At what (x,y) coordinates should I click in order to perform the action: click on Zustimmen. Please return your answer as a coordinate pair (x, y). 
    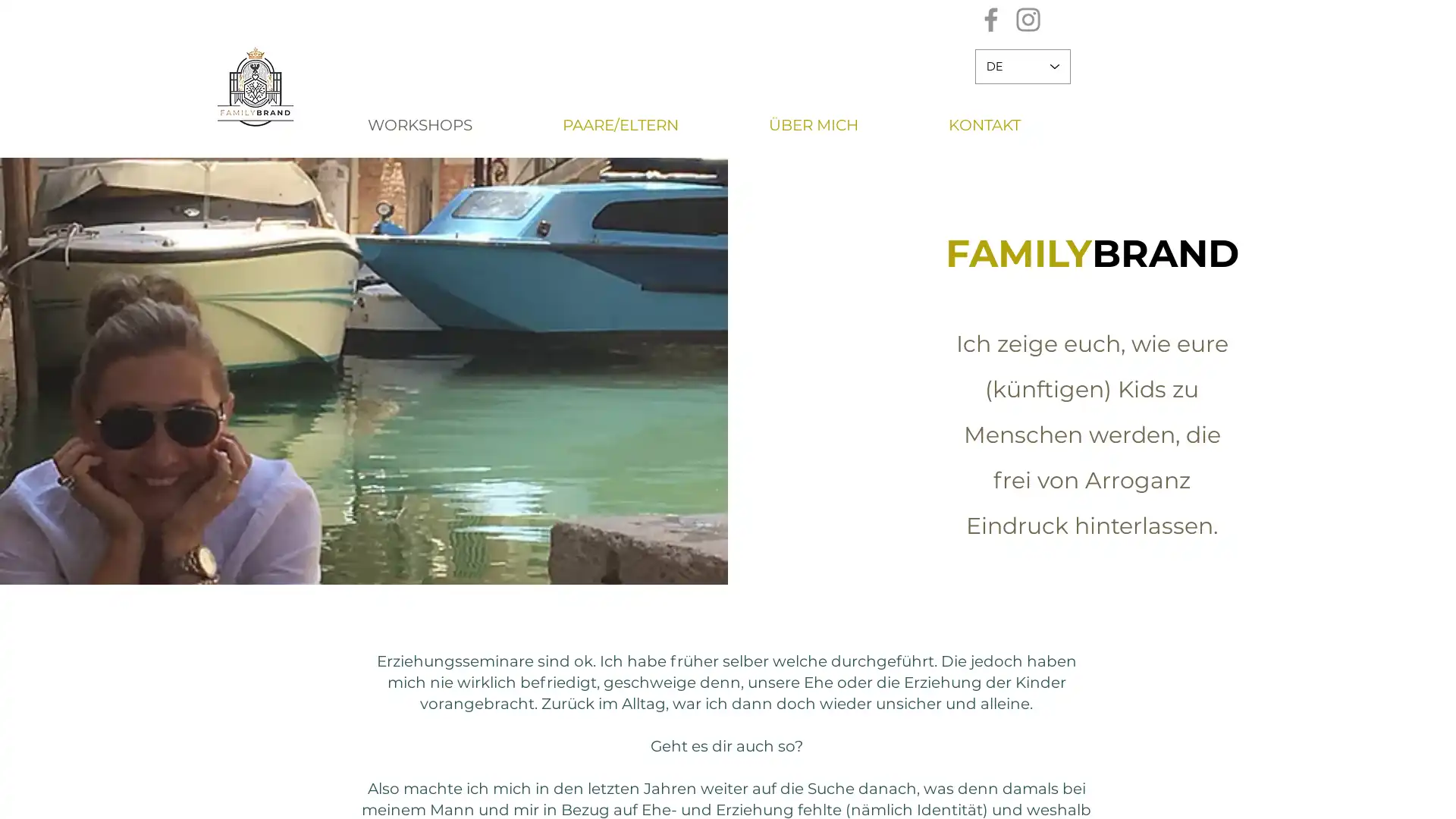
    Looking at the image, I should click on (1376, 794).